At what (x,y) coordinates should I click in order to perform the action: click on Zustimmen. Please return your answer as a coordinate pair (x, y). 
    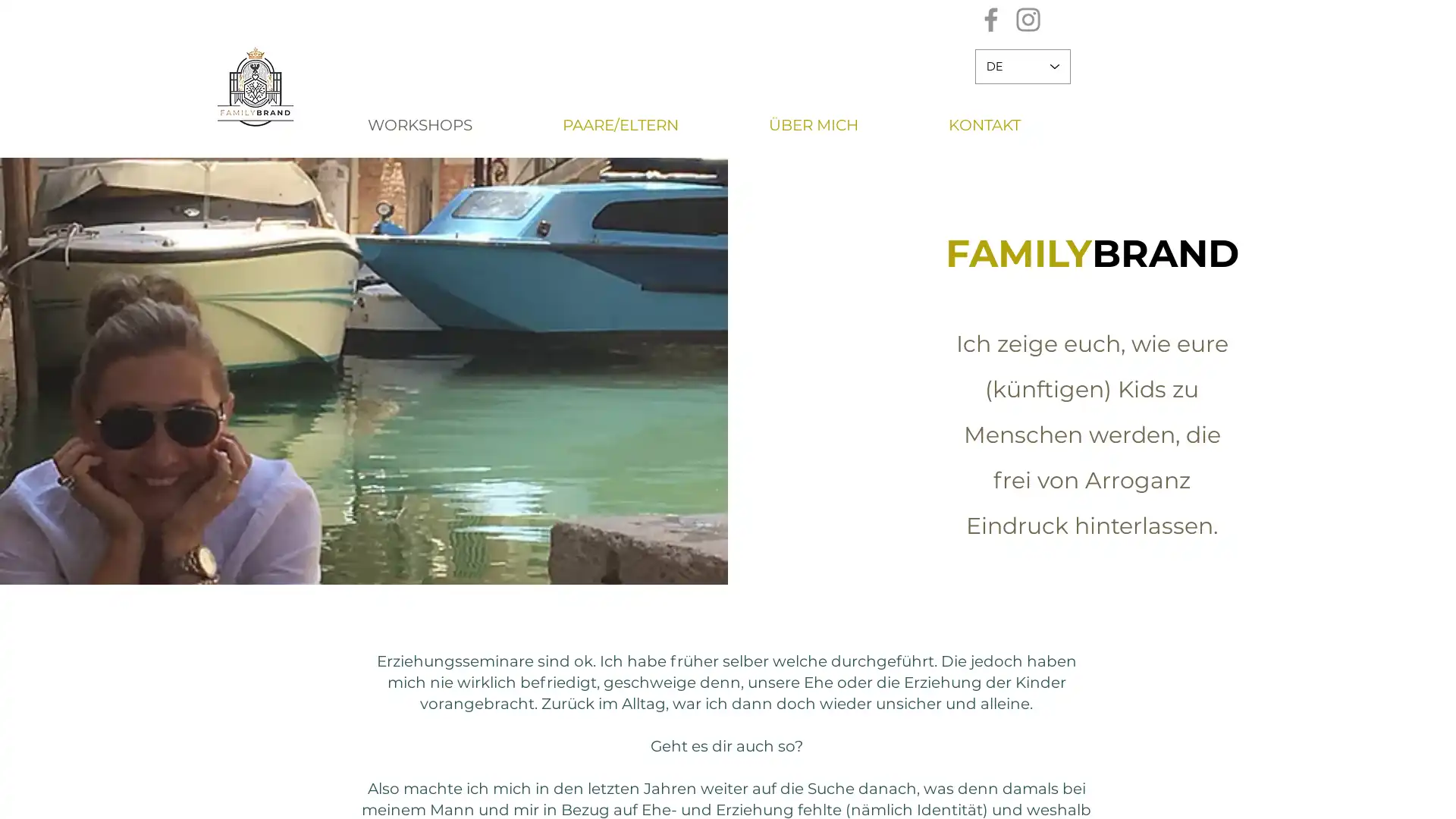
    Looking at the image, I should click on (1376, 794).